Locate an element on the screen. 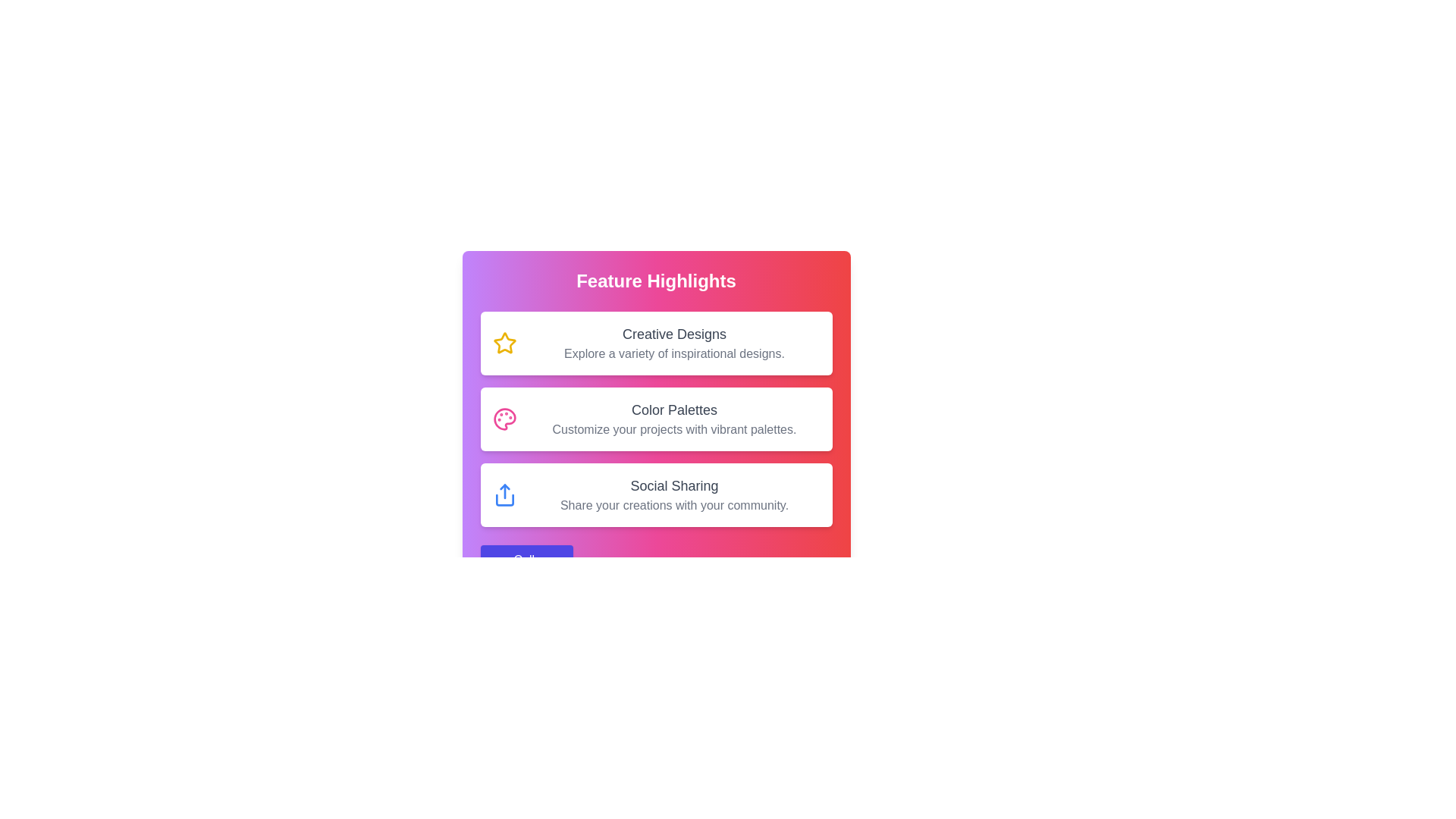 The width and height of the screenshot is (1456, 819). the pink palette icon located within the second entry of the feature cards, below the 'Feature Highlights' heading is located at coordinates (504, 419).